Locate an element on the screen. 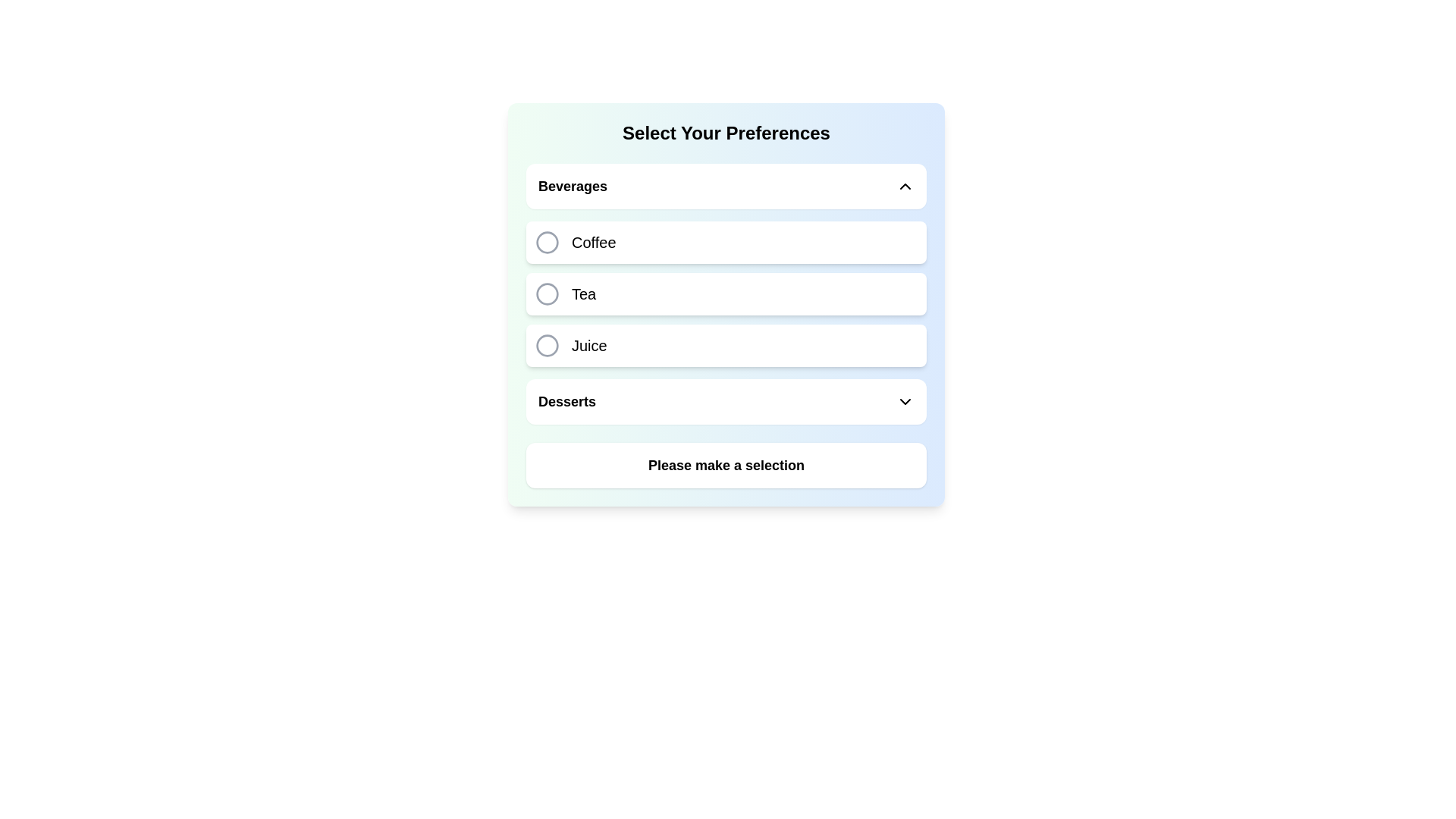 This screenshot has width=1456, height=819. the 'Juice' radio button, which is the third in a vertical list of radio buttons within the 'Select Your Preferences' form is located at coordinates (546, 345).